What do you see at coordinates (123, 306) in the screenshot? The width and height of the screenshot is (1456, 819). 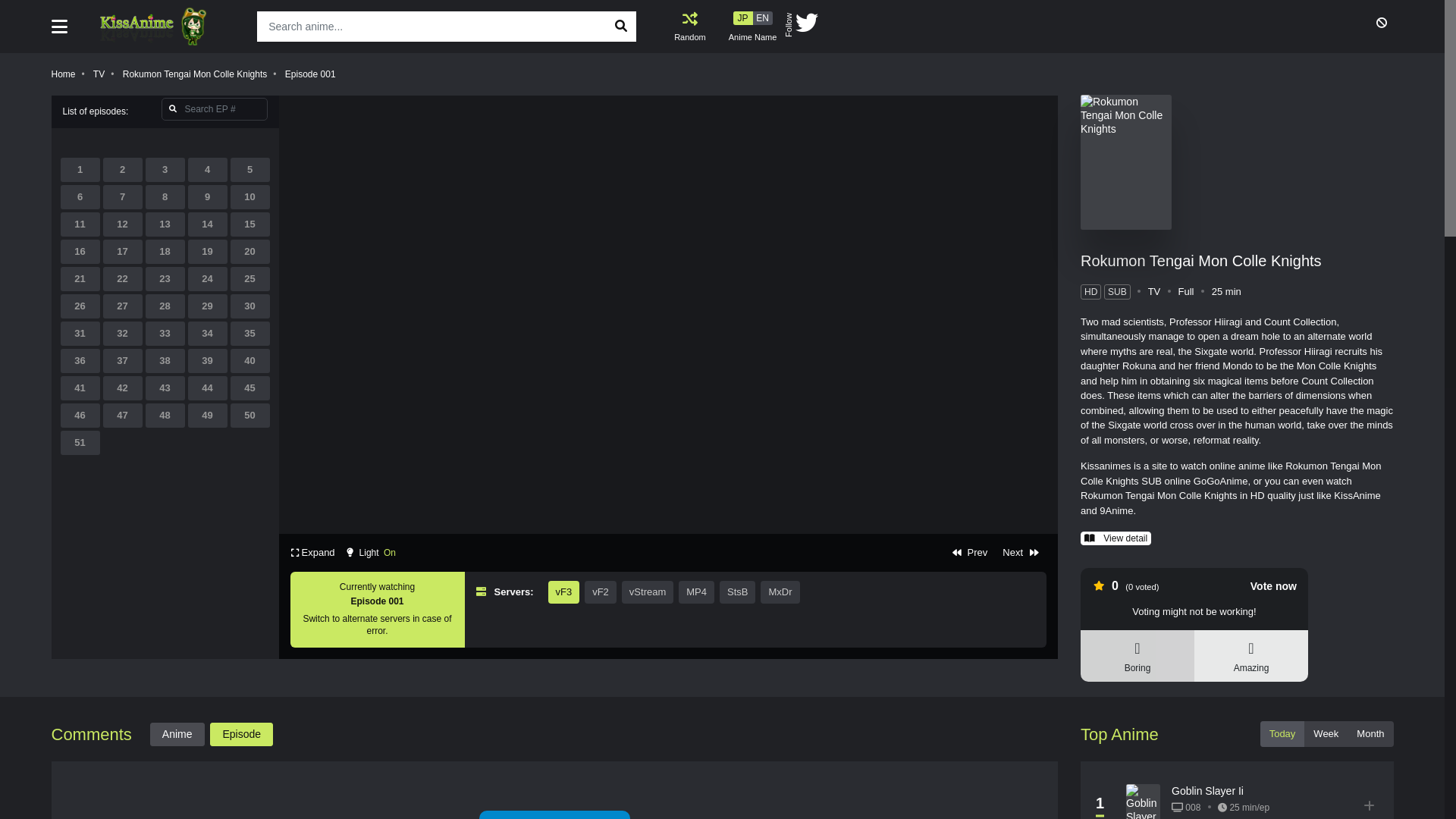 I see `'27'` at bounding box center [123, 306].